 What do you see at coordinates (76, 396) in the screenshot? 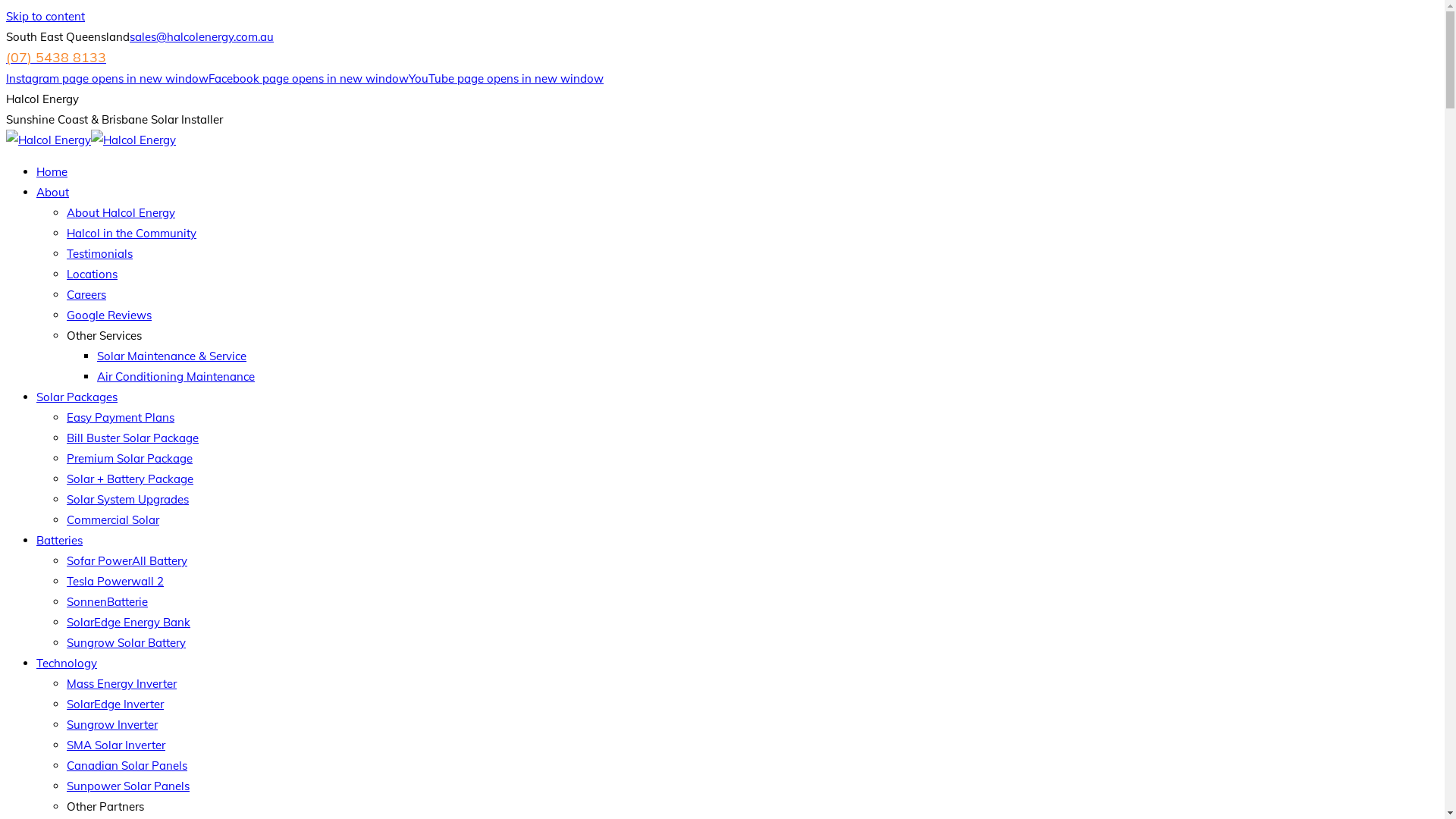
I see `'Solar Packages'` at bounding box center [76, 396].